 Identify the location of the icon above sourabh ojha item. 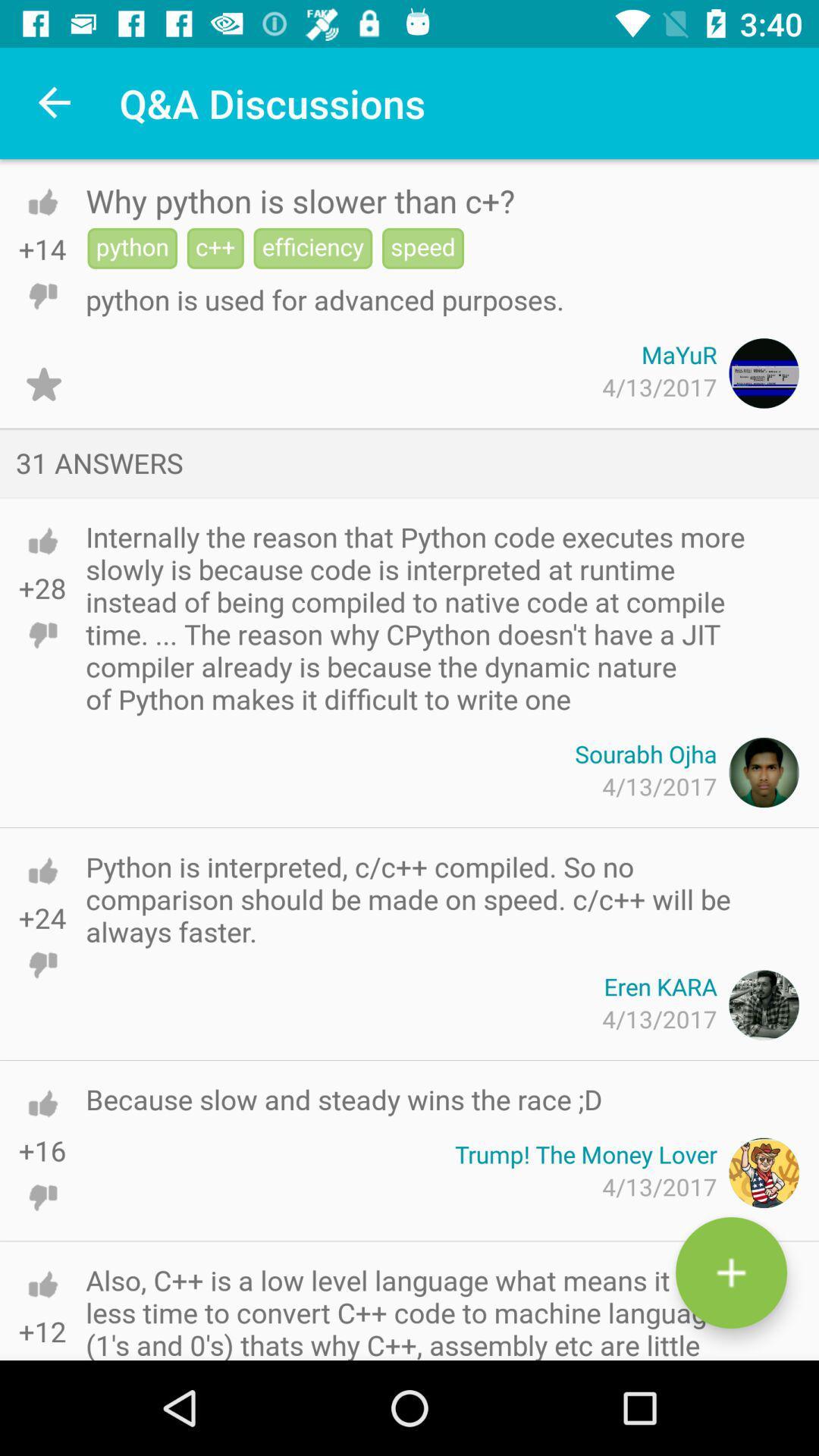
(424, 617).